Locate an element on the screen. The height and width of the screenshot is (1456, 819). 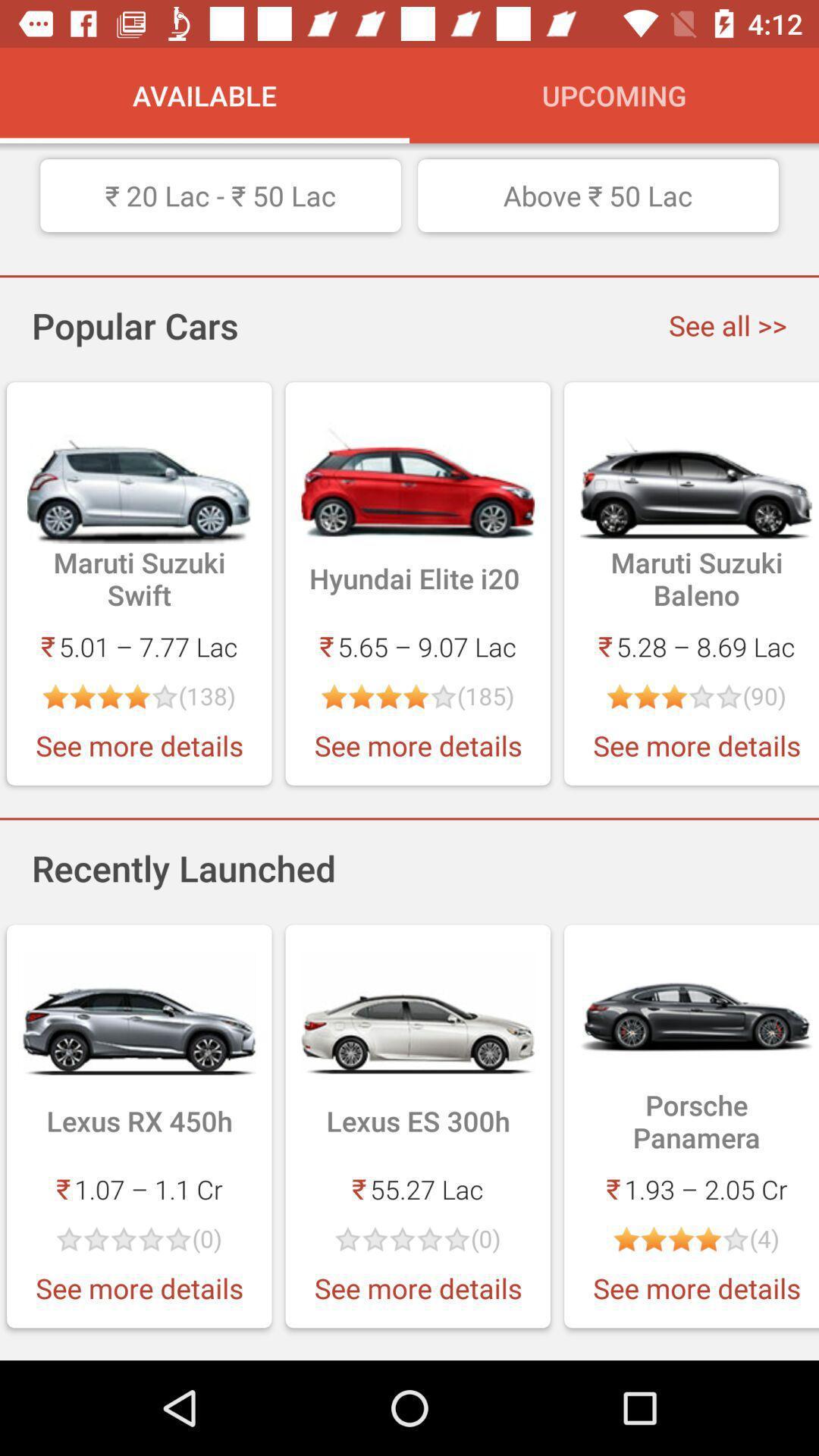
the icon next to popular cars is located at coordinates (727, 324).